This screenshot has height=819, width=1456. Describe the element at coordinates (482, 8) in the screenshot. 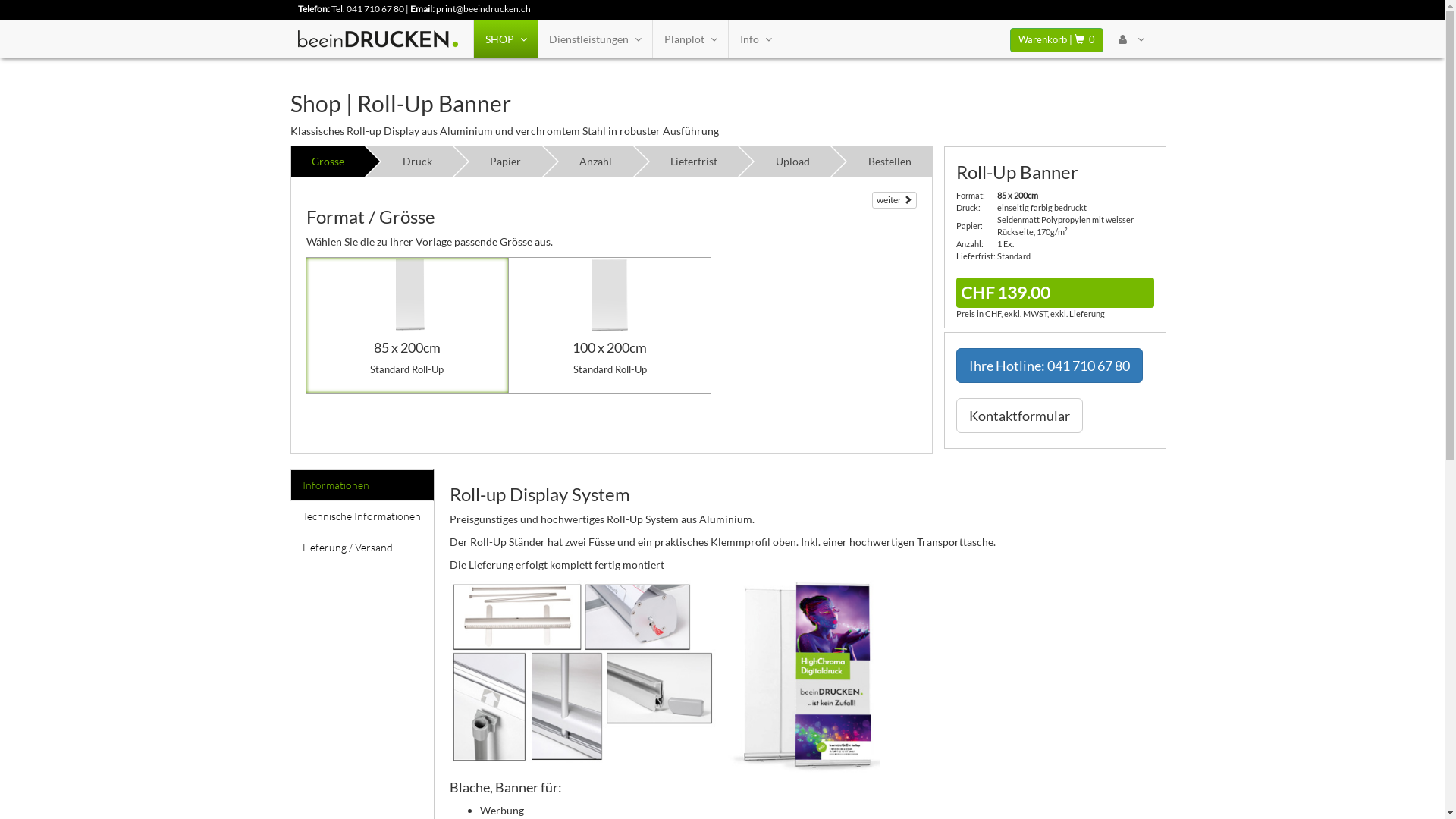

I see `'print@beeindrucken.ch'` at that location.